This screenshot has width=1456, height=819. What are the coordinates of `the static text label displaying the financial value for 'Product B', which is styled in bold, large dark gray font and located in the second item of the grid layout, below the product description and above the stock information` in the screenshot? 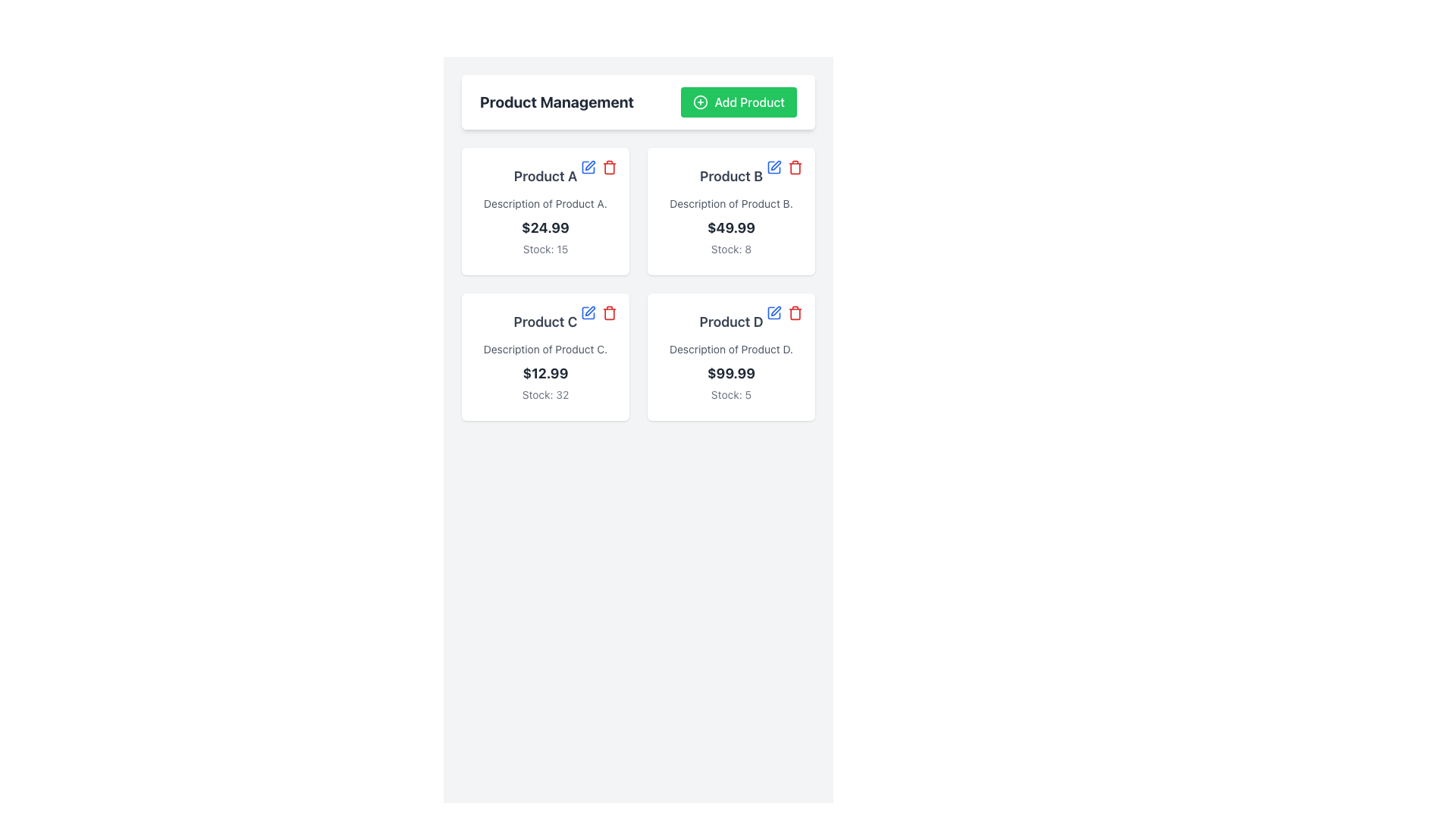 It's located at (731, 227).